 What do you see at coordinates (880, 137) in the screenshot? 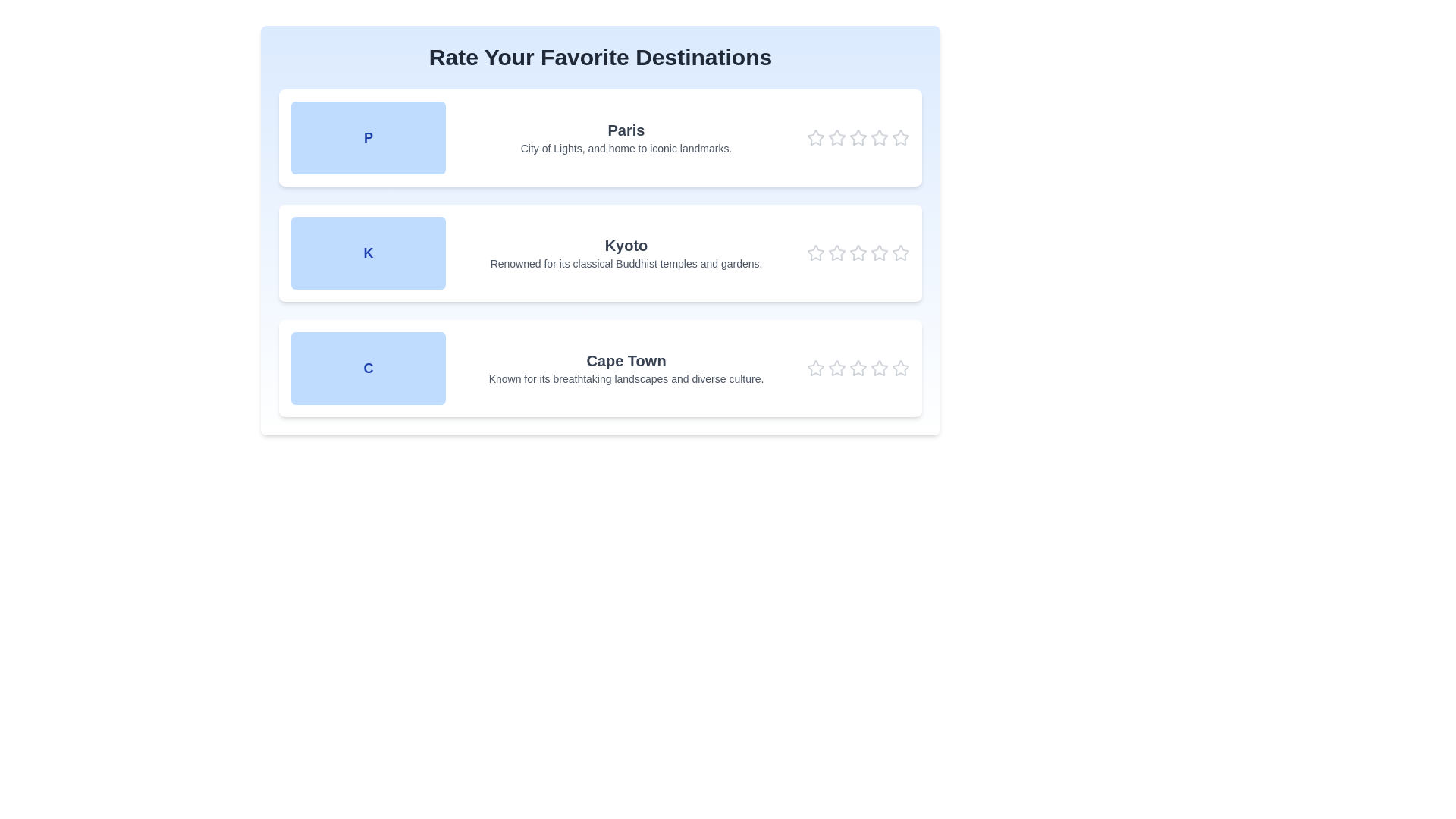
I see `the fourth star in the star rating component for the 'Paris' destination` at bounding box center [880, 137].